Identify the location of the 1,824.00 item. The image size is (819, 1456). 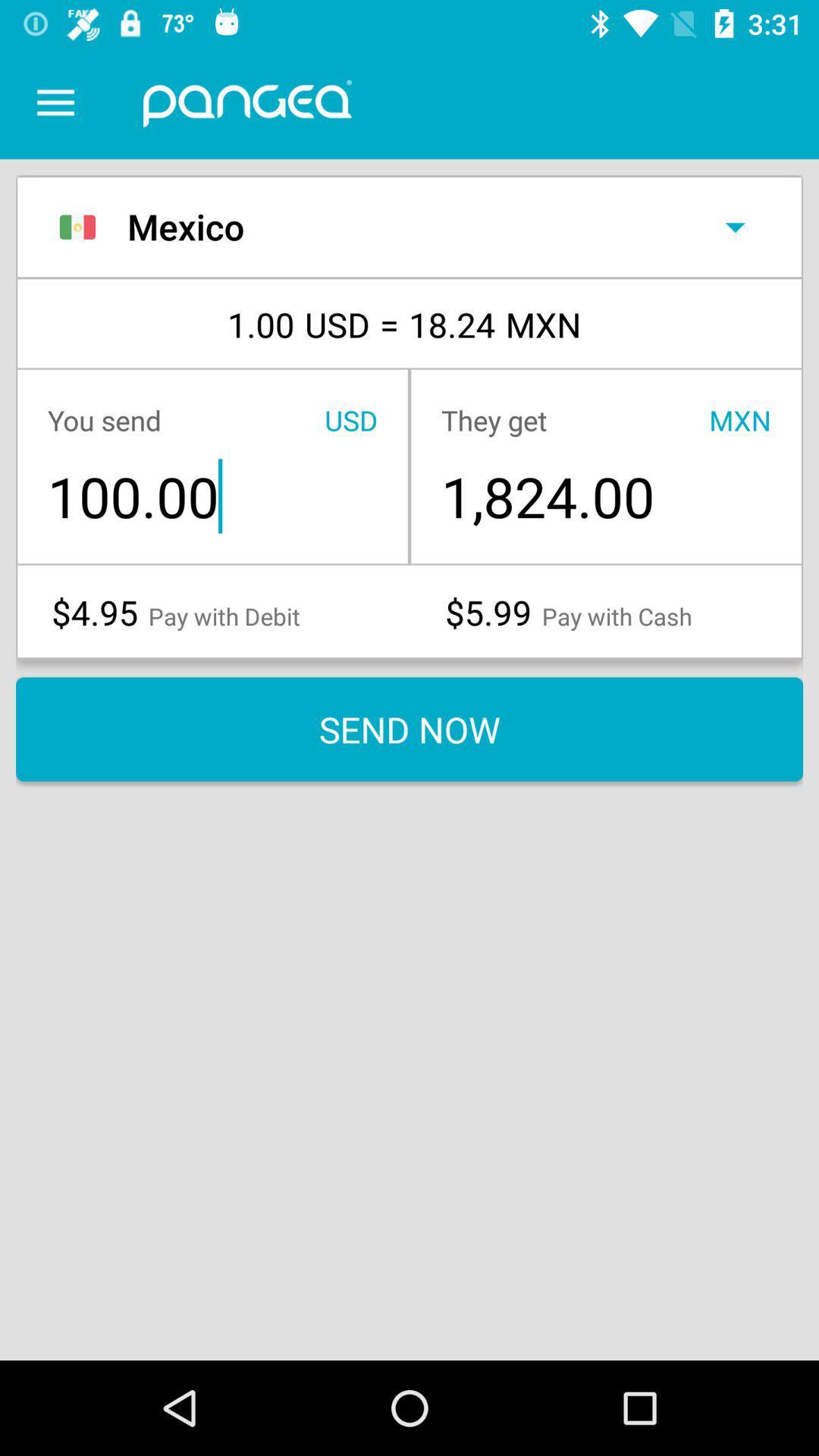
(605, 496).